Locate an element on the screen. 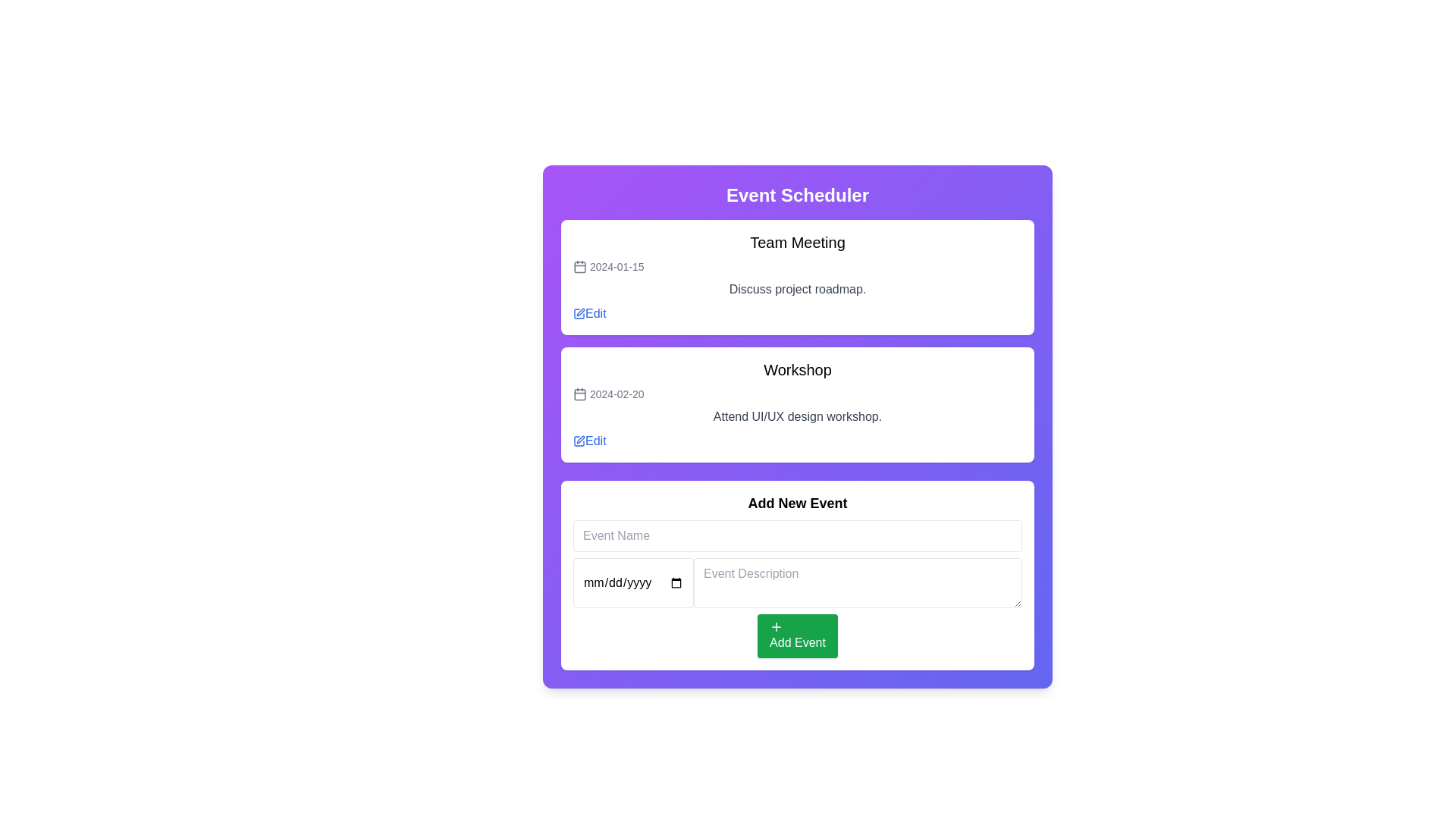 This screenshot has height=819, width=1456. the '+' icon that is left-aligned within the green 'Add Event' button located at the bottom of the 'Add New Event' section is located at coordinates (777, 626).